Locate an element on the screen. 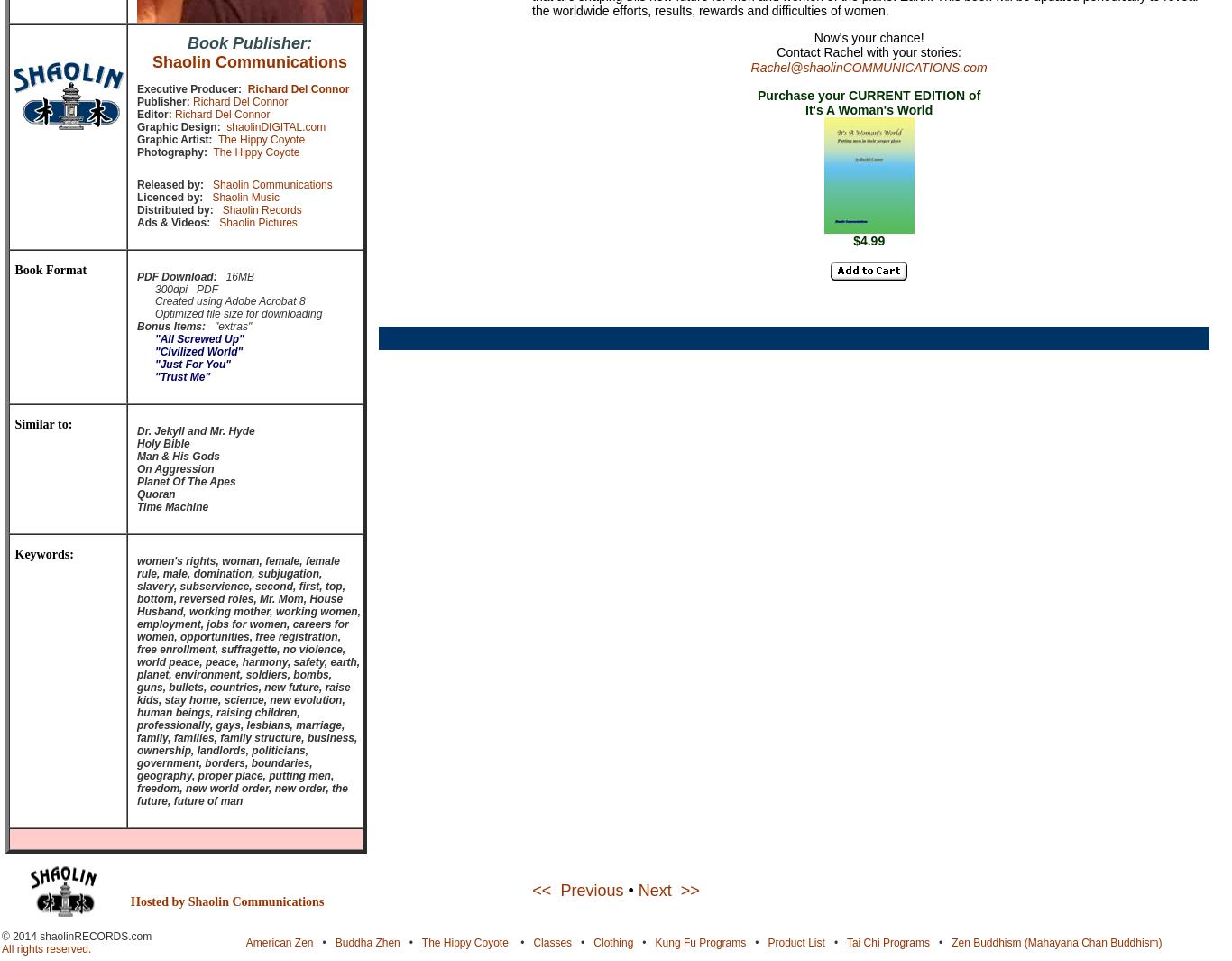  '"Trust Me"' is located at coordinates (172, 376).